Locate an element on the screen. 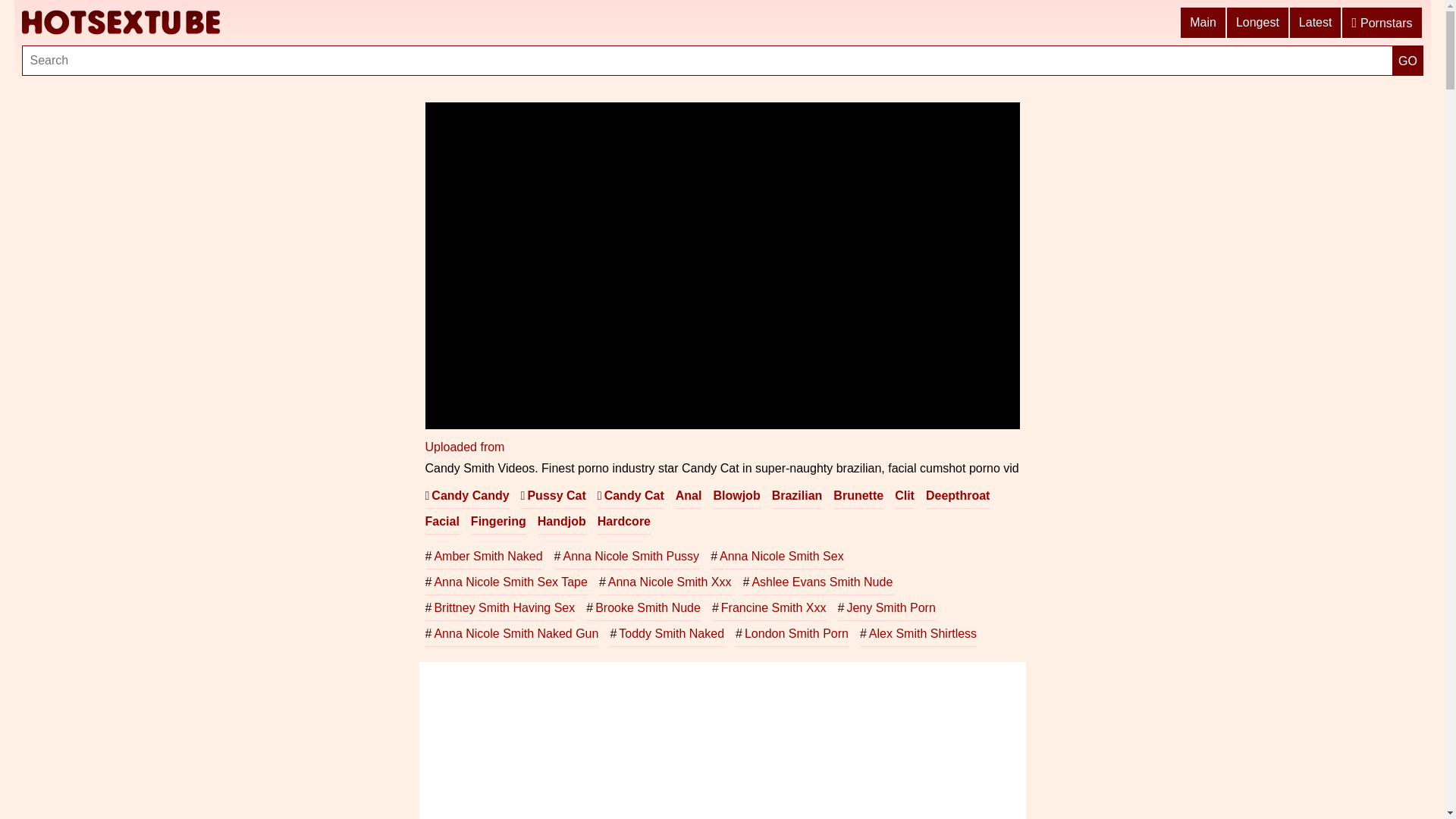  'Uploaded from' is located at coordinates (425, 446).